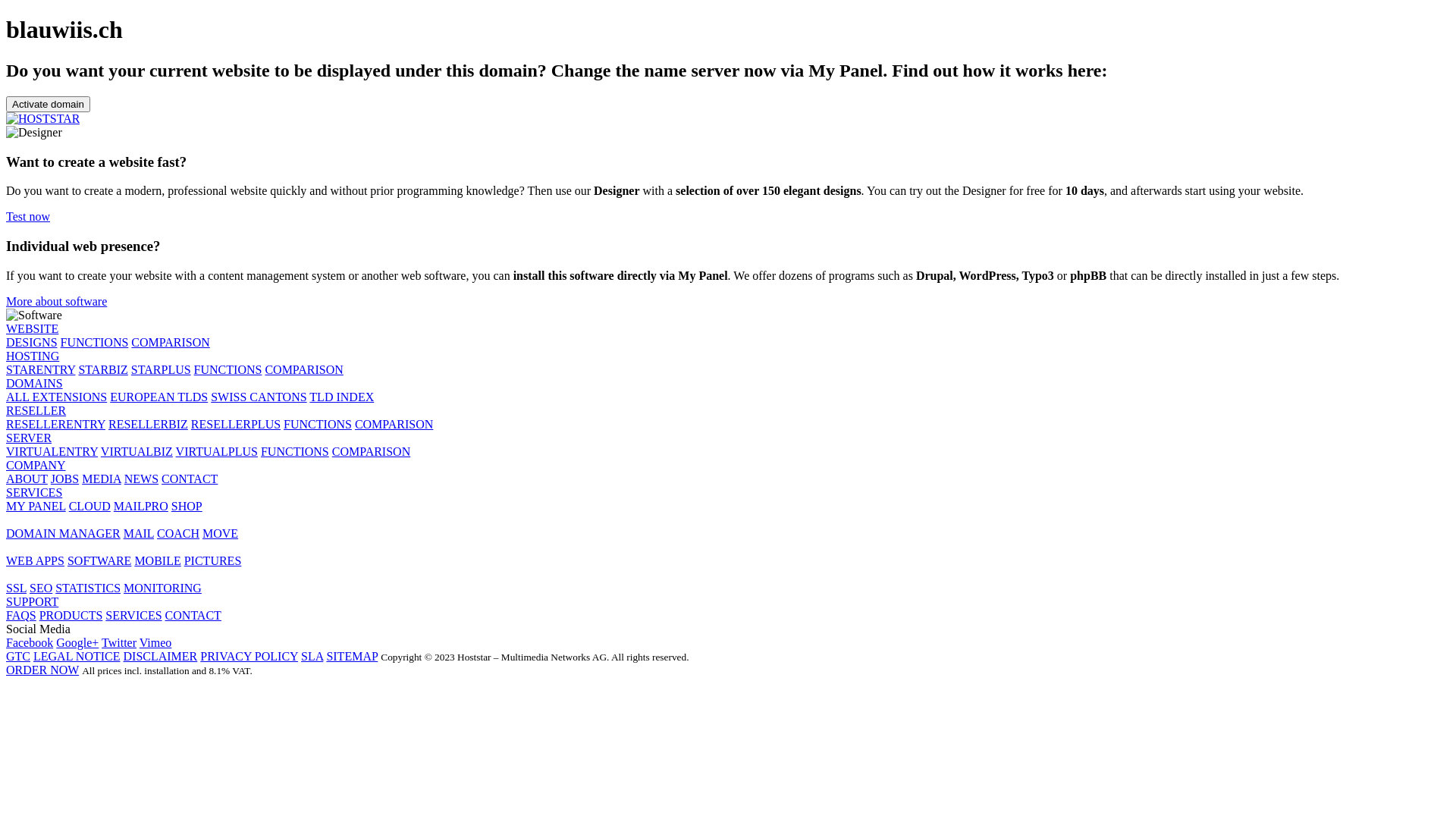  I want to click on 'COACH', so click(178, 532).